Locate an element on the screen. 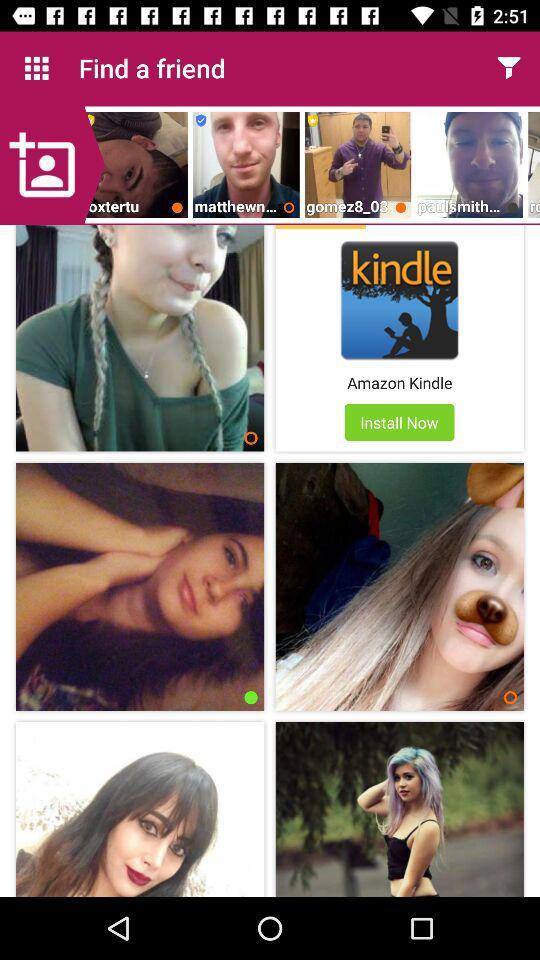 The width and height of the screenshot is (540, 960). app below the amazon kindle app is located at coordinates (399, 422).